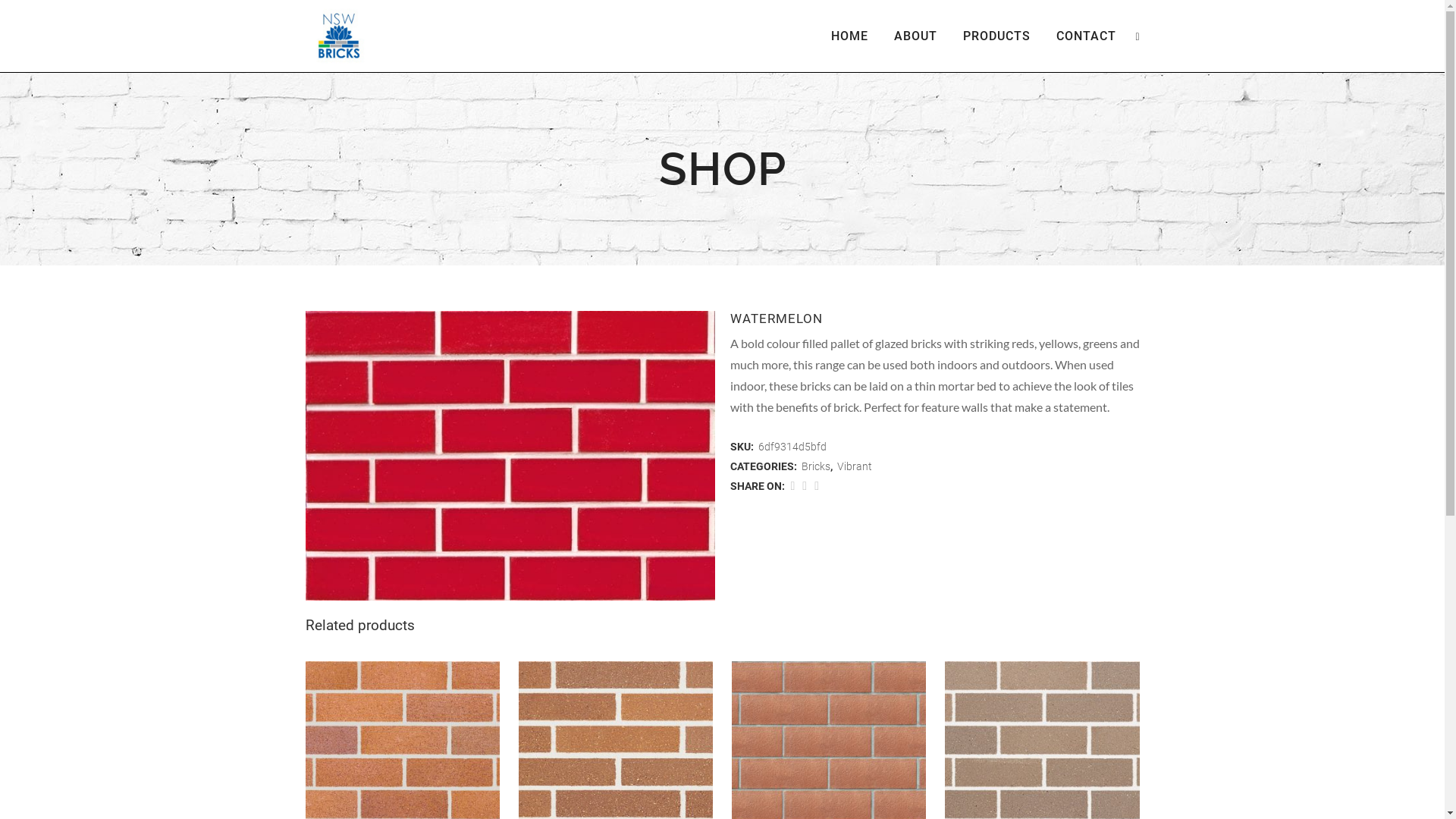 The height and width of the screenshot is (819, 1456). I want to click on 'HOME', so click(849, 35).